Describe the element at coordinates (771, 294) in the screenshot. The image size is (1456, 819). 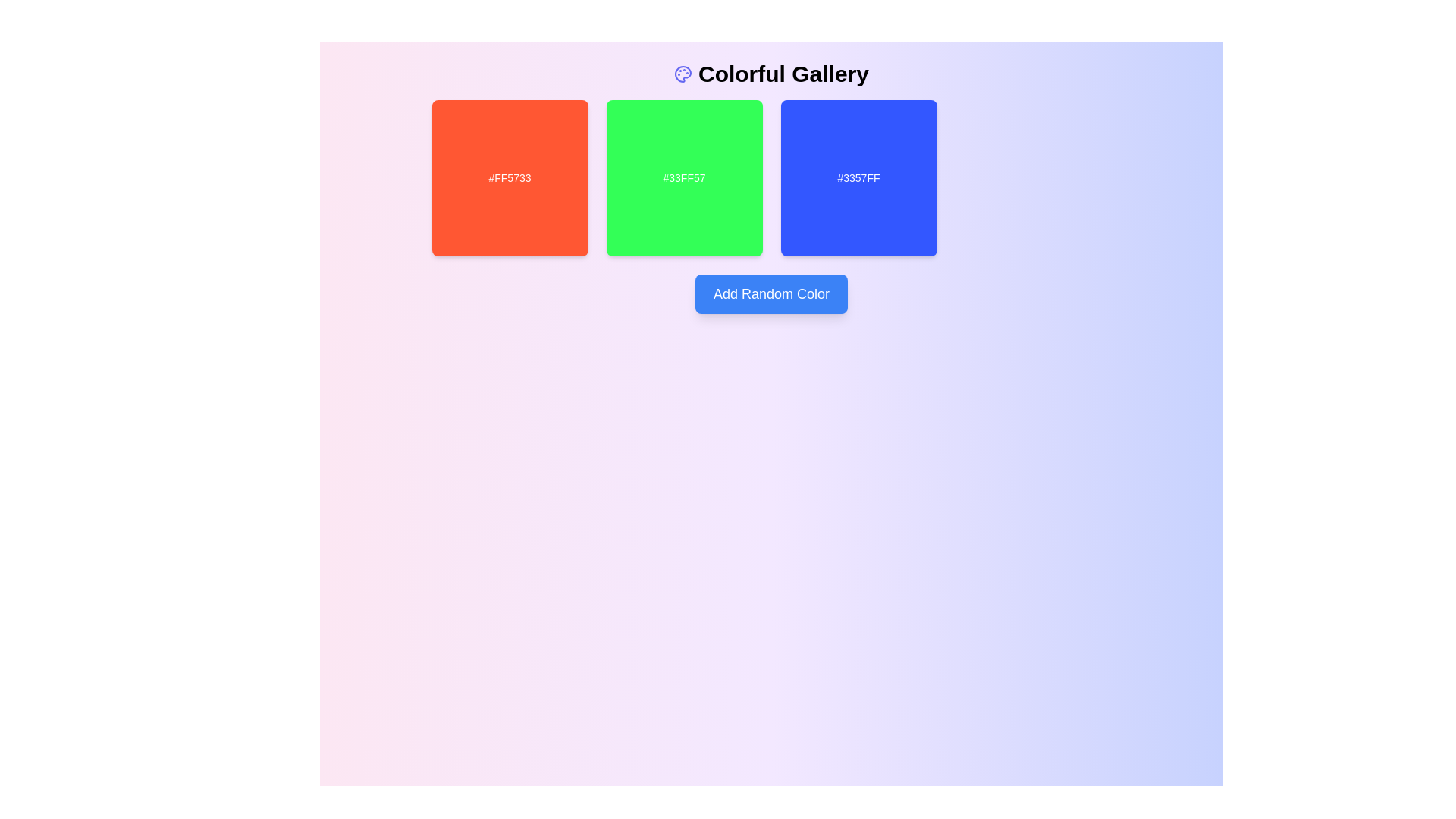
I see `the rectangular button with a blue background and white text 'Add Random Color' to change its appearance` at that location.